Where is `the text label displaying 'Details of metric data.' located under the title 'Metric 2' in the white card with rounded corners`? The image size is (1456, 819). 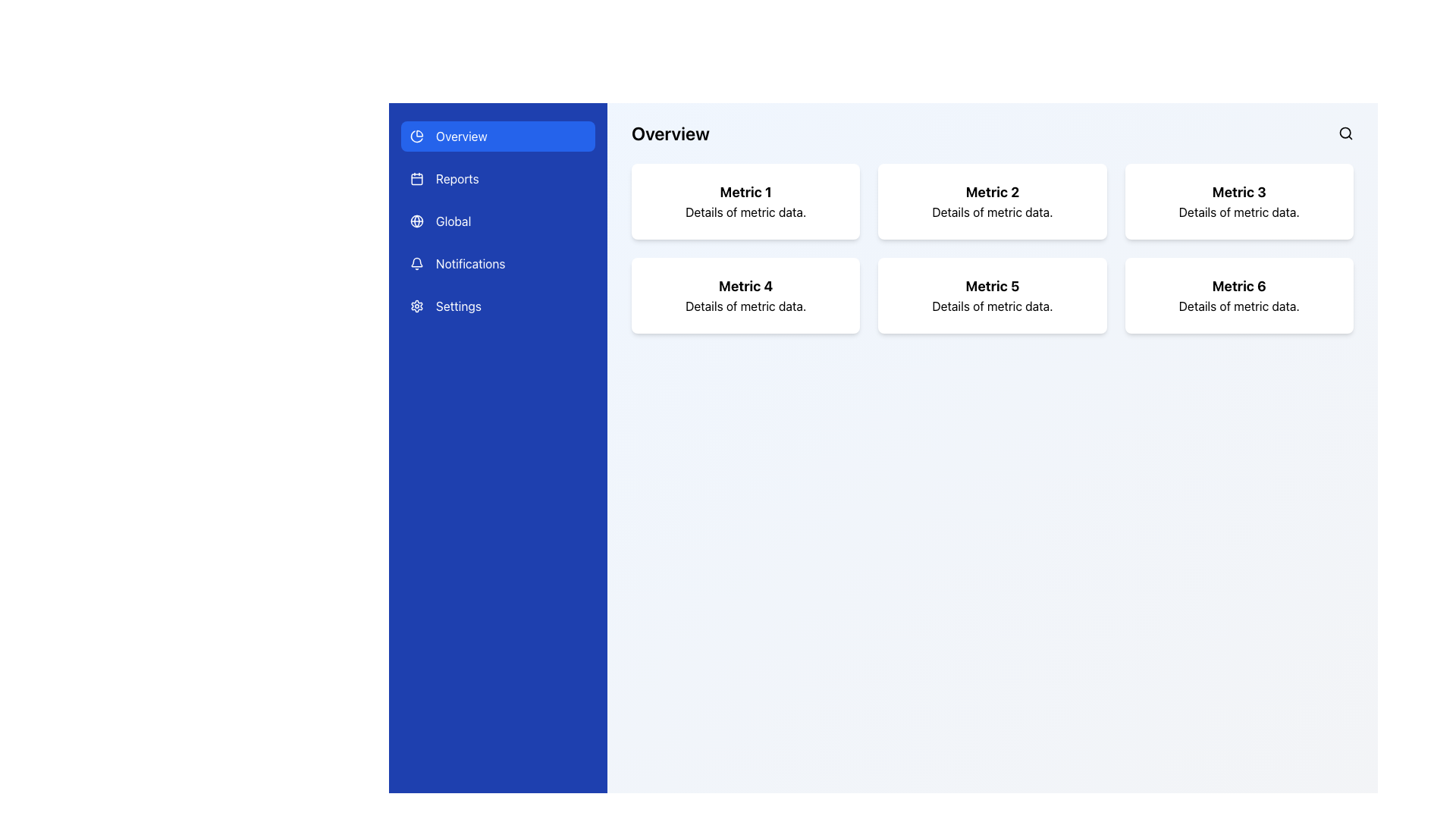
the text label displaying 'Details of metric data.' located under the title 'Metric 2' in the white card with rounded corners is located at coordinates (993, 212).